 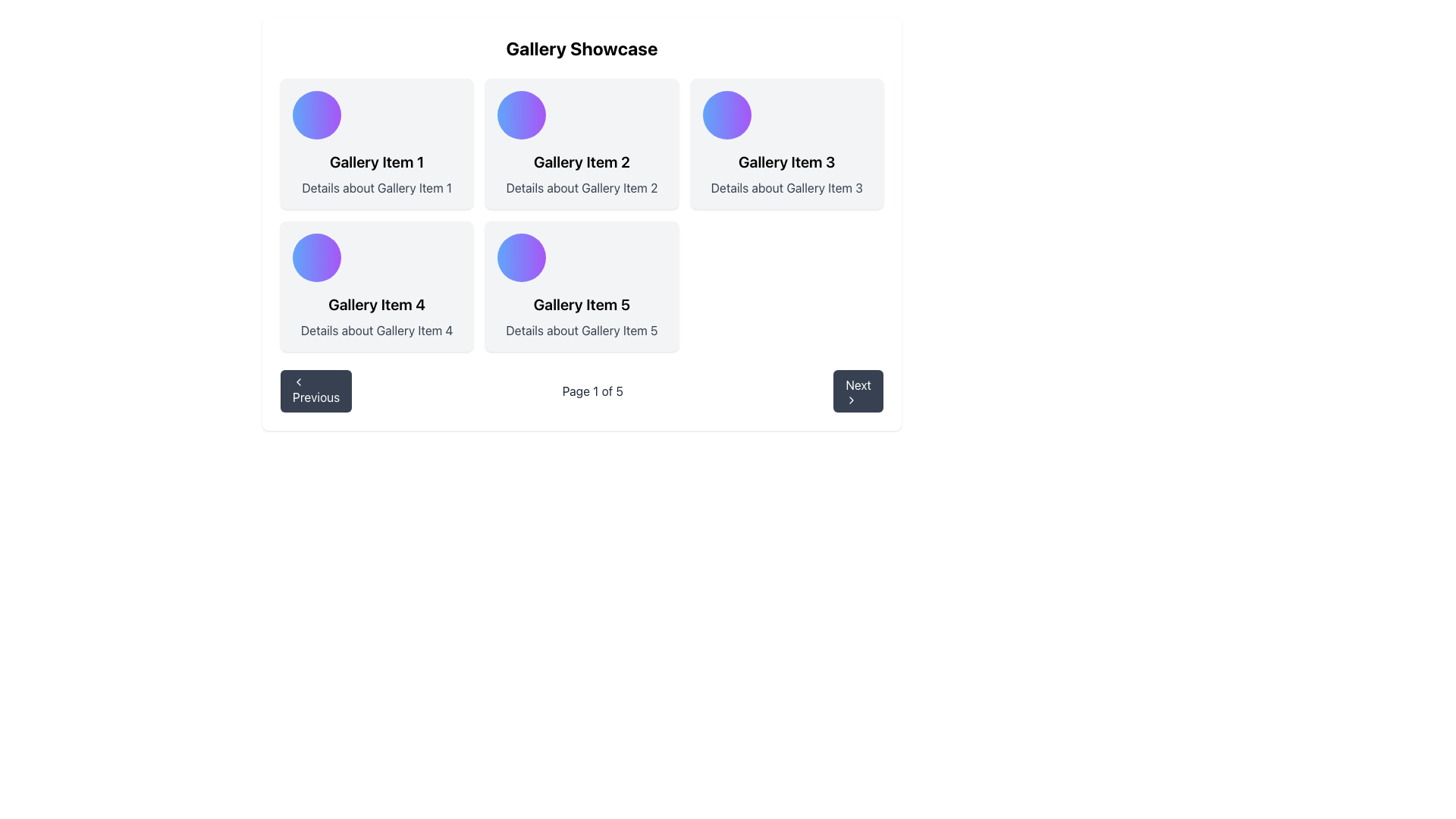 I want to click on the Text Display that shows the current page number and total pages, located between the 'Previous' and 'Next' buttons in the pagination section, so click(x=581, y=391).